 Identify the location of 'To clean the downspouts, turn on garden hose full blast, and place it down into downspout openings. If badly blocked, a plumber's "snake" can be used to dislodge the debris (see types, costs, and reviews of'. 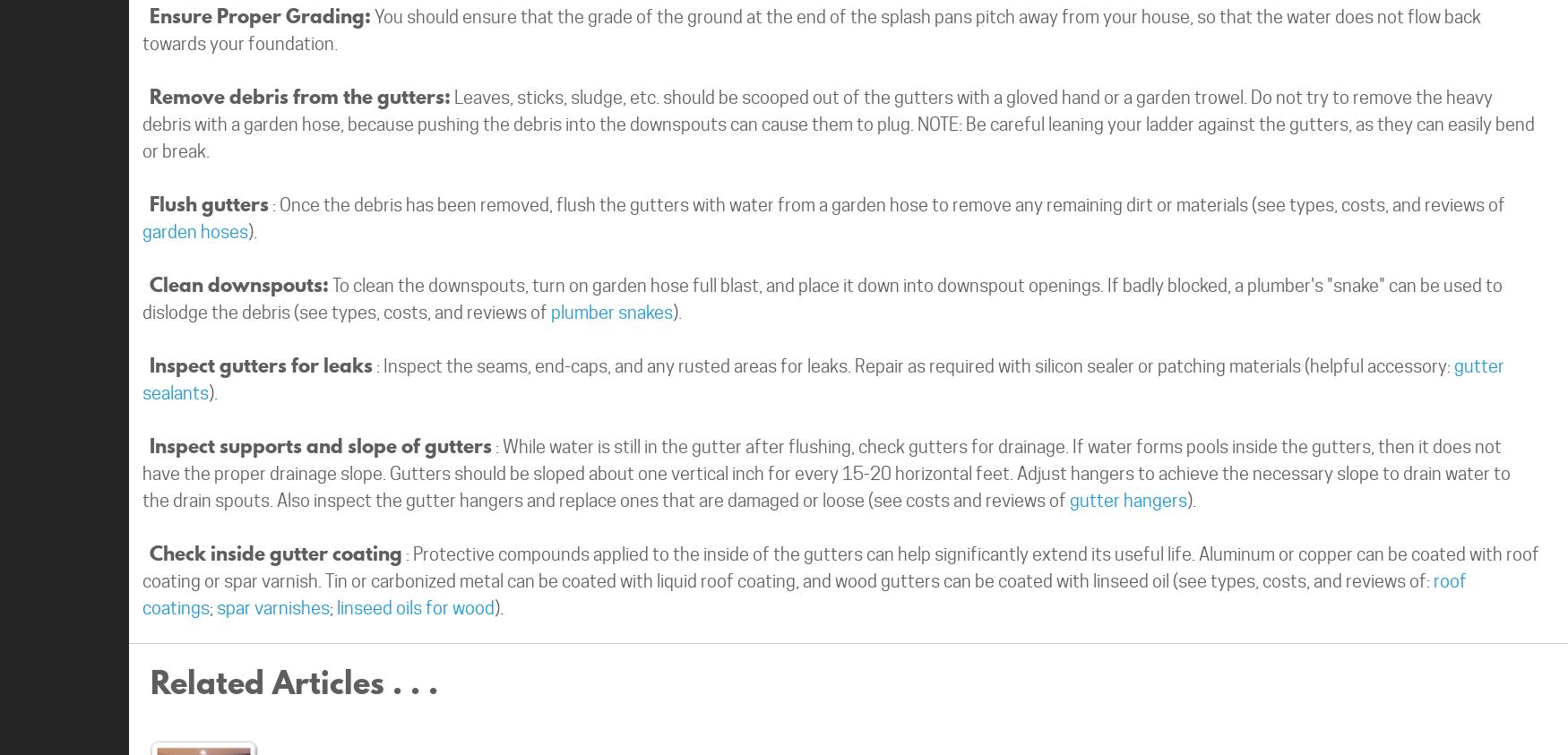
(822, 297).